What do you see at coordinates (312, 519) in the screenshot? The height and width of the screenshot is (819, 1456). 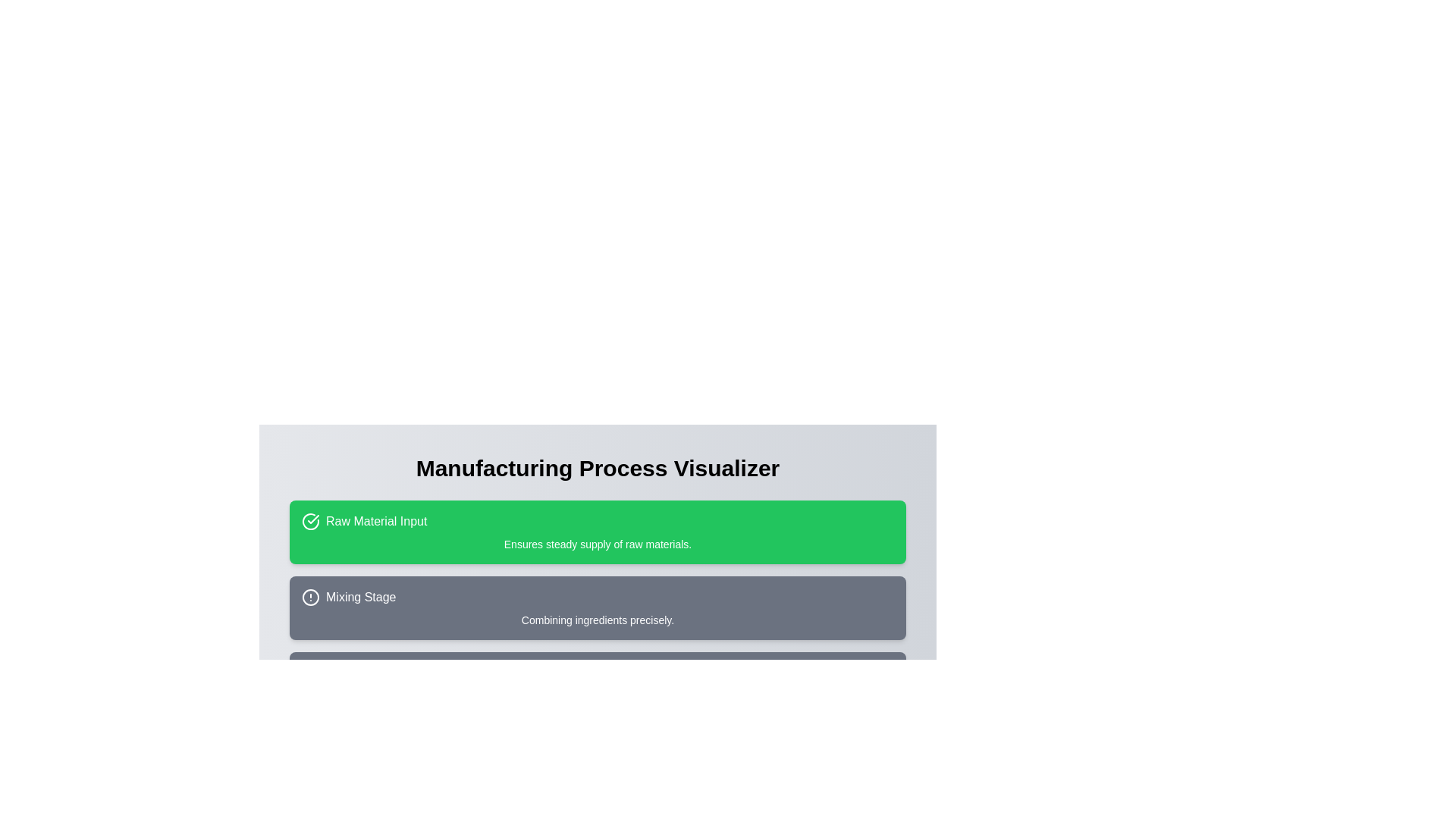 I see `the checkmark icon indicating a positive status, which is positioned to the left of the text 'Raw Material Input' in the first card of the process stages chart` at bounding box center [312, 519].